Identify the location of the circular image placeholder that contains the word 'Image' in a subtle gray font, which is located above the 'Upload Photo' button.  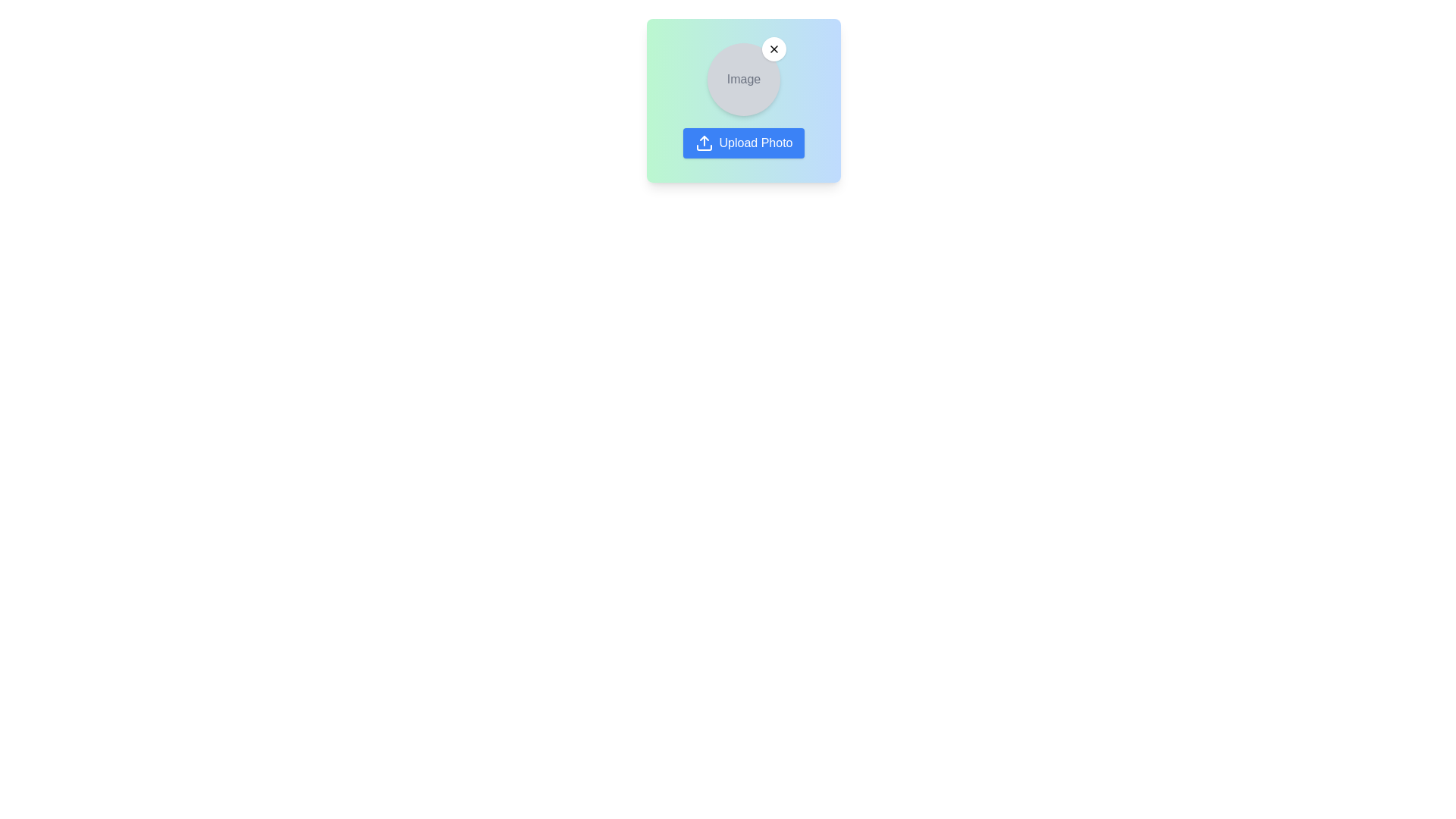
(743, 79).